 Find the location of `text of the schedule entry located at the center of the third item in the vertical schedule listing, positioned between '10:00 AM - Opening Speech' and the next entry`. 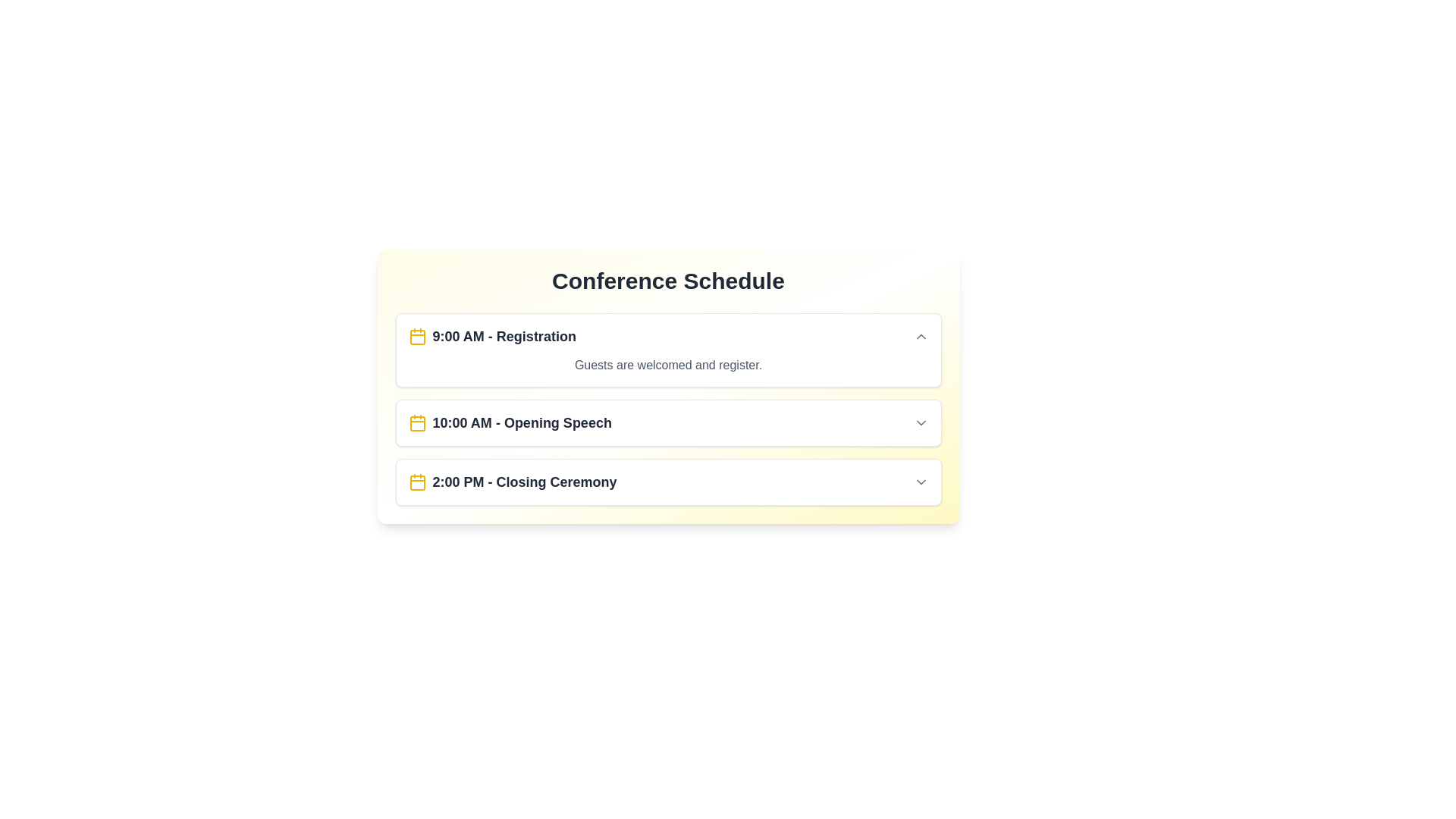

text of the schedule entry located at the center of the third item in the vertical schedule listing, positioned between '10:00 AM - Opening Speech' and the next entry is located at coordinates (513, 482).